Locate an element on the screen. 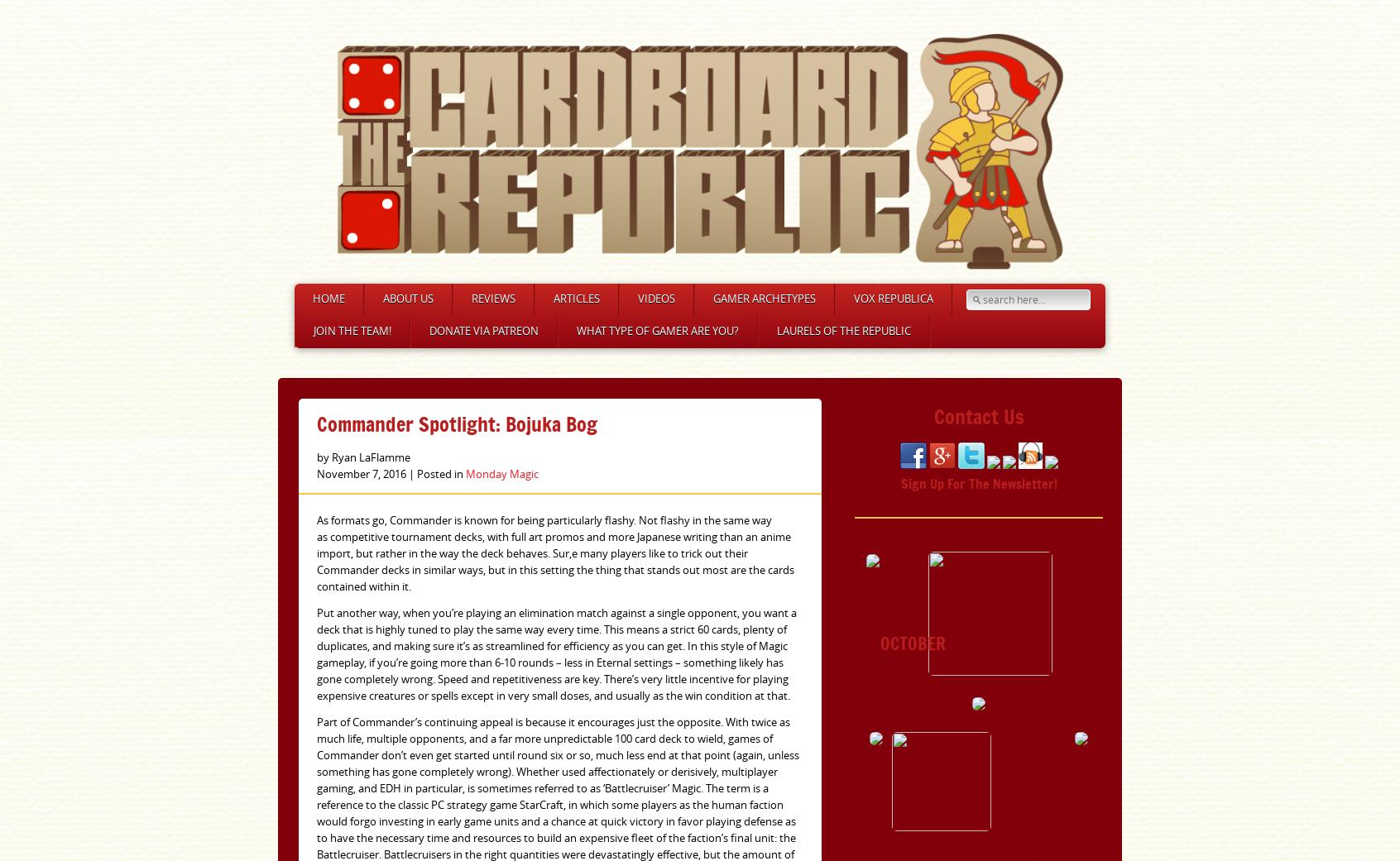 The image size is (1400, 861). 'Home' is located at coordinates (328, 299).